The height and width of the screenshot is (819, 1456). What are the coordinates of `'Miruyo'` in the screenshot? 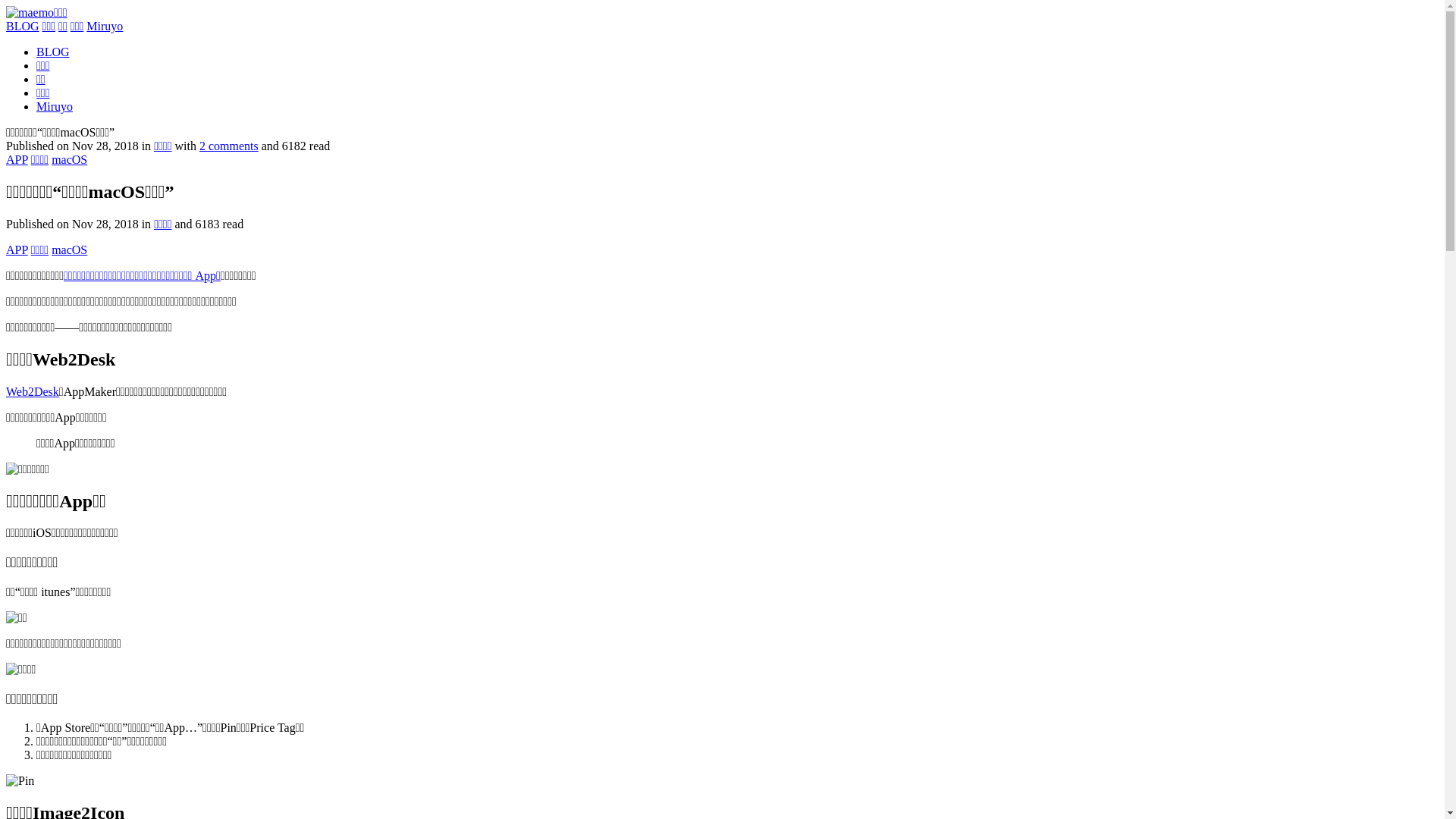 It's located at (55, 105).